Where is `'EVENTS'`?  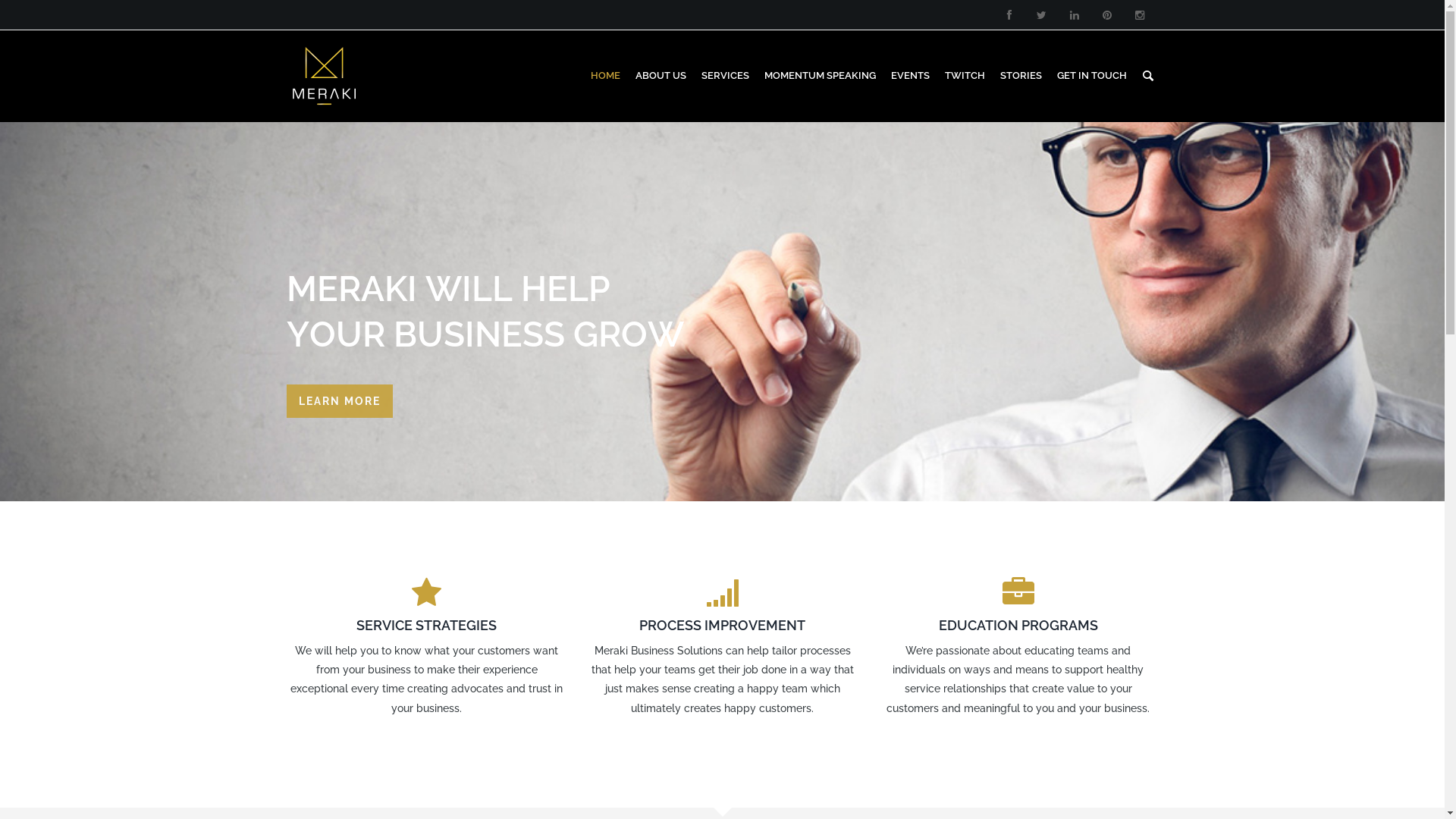
'EVENTS' is located at coordinates (890, 76).